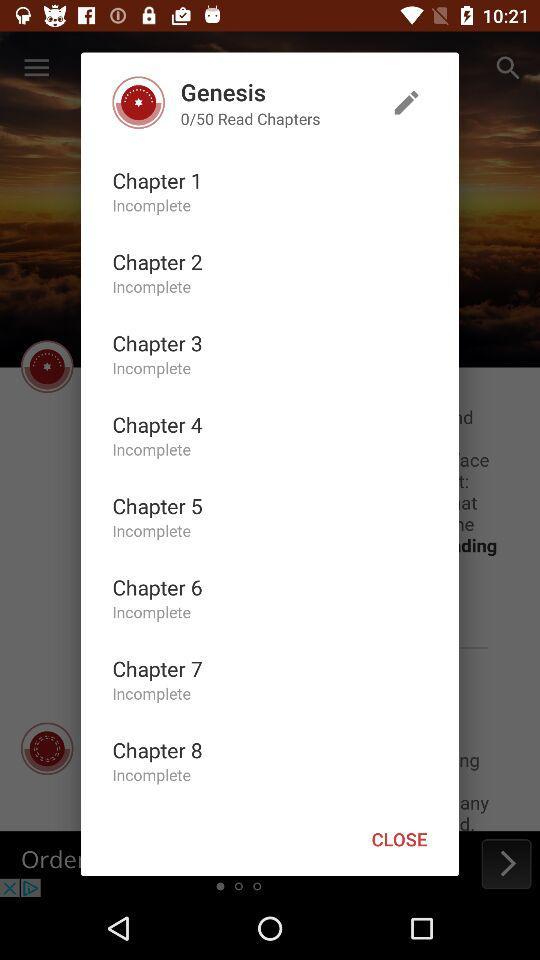 The width and height of the screenshot is (540, 960). I want to click on the chapter 4 icon, so click(156, 424).